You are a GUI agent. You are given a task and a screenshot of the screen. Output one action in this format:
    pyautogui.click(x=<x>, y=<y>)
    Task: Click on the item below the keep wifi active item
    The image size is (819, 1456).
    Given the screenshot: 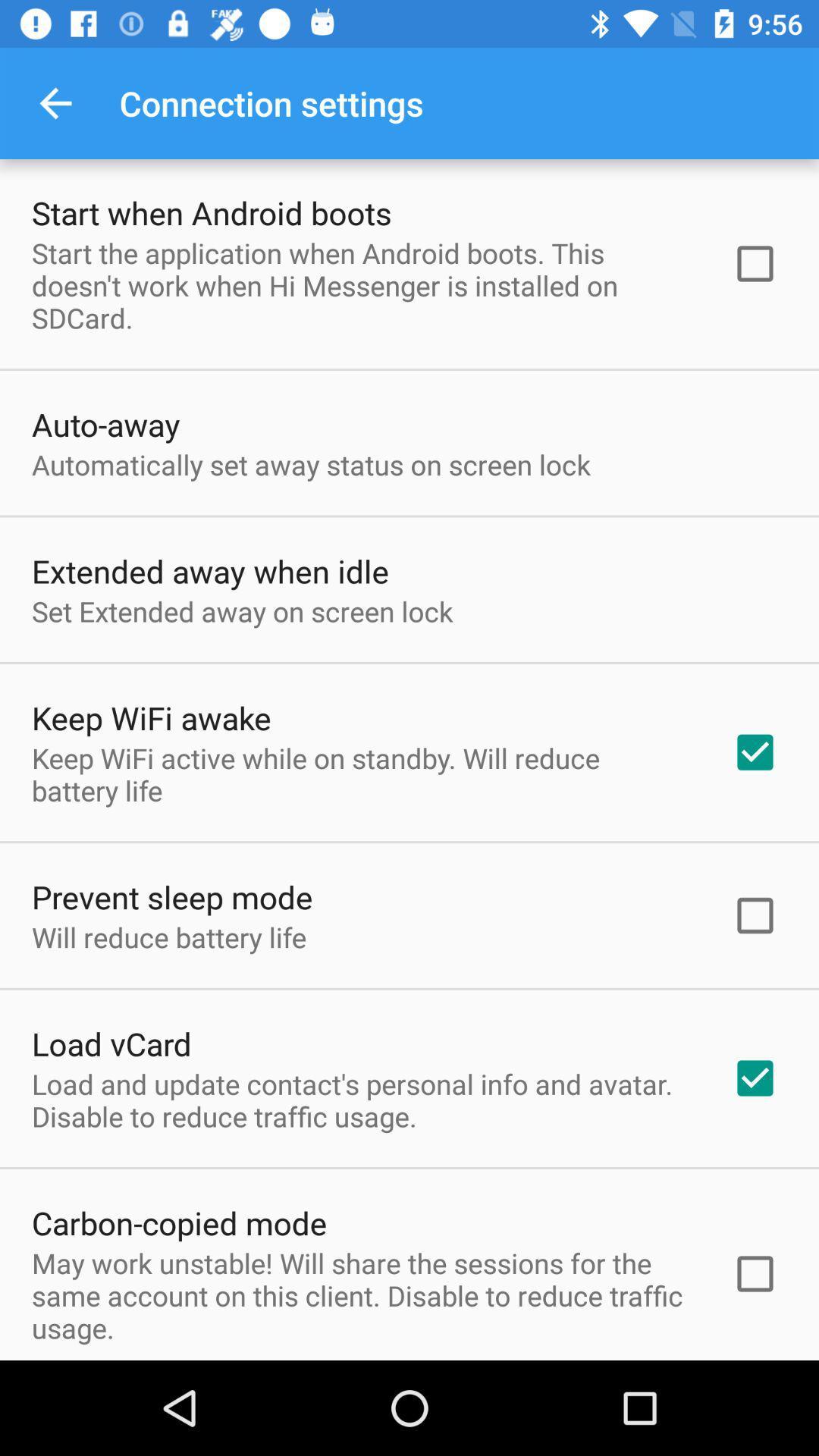 What is the action you would take?
    pyautogui.click(x=171, y=896)
    